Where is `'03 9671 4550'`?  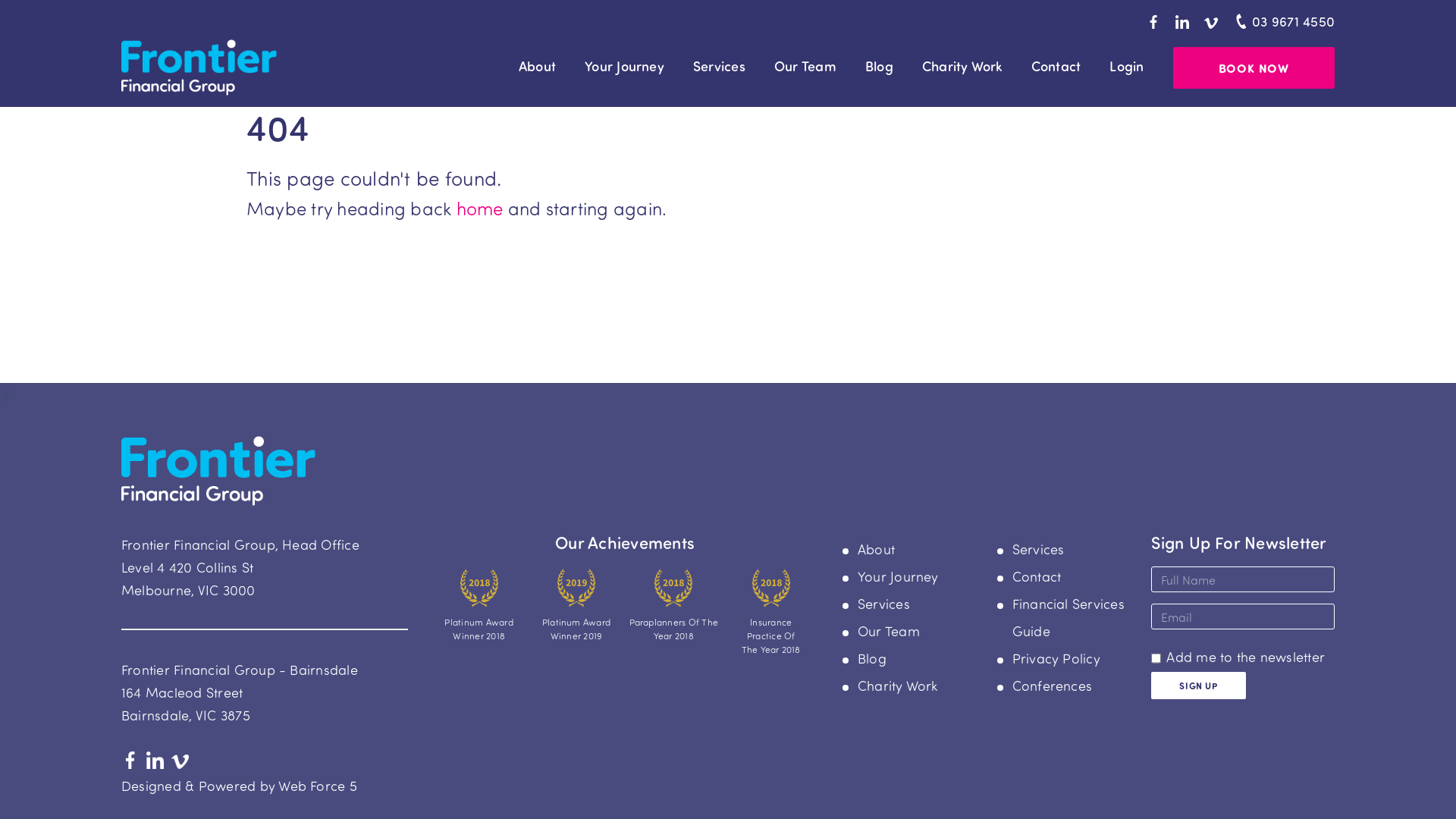 '03 9671 4550' is located at coordinates (1281, 21).